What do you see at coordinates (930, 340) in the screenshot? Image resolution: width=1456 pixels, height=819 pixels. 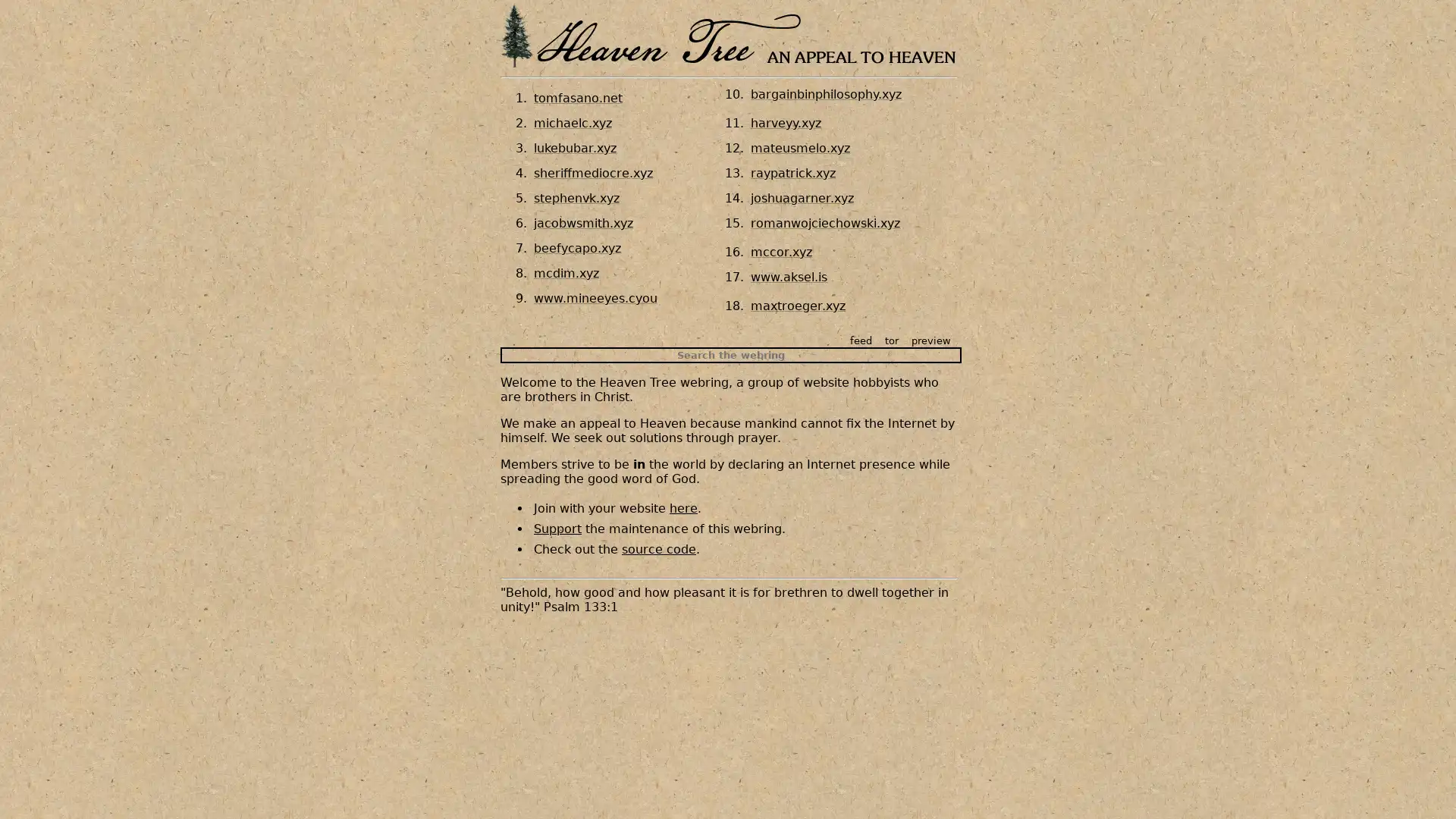 I see `preview` at bounding box center [930, 340].